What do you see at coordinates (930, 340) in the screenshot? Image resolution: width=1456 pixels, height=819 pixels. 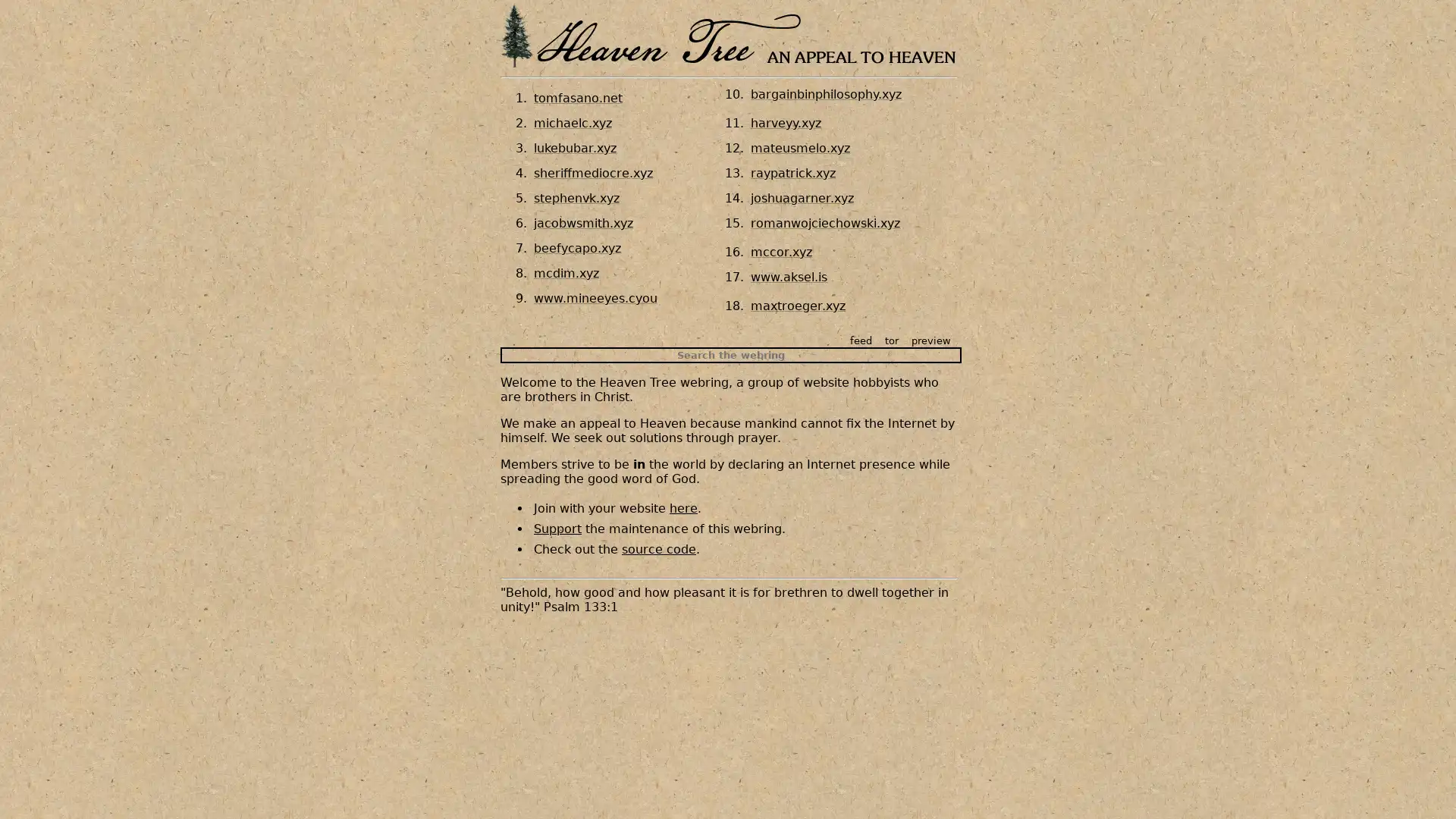 I see `preview` at bounding box center [930, 340].